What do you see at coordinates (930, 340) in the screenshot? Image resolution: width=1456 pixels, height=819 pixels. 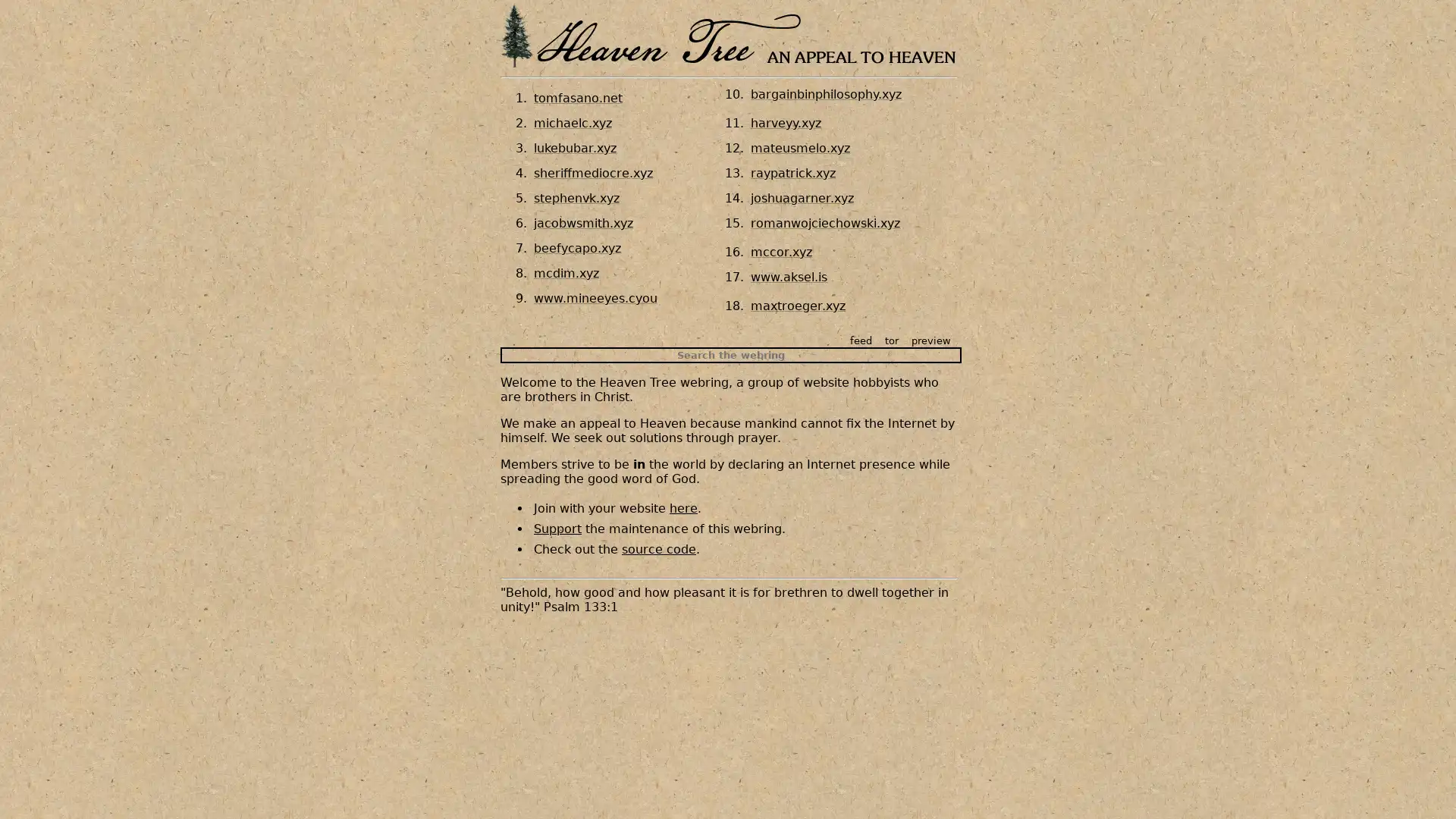 I see `preview` at bounding box center [930, 340].